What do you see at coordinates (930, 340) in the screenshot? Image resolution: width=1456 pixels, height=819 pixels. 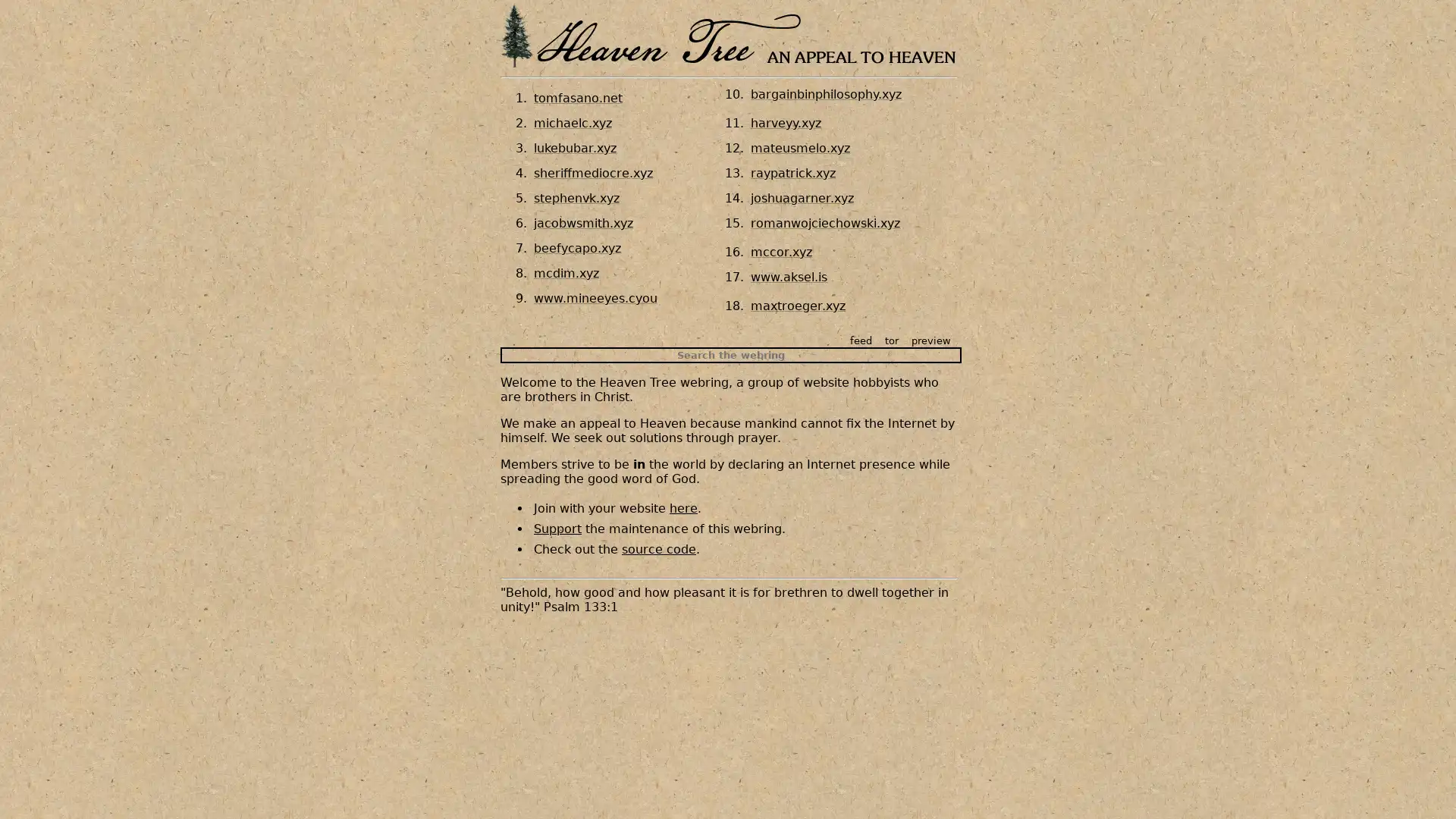 I see `preview` at bounding box center [930, 340].